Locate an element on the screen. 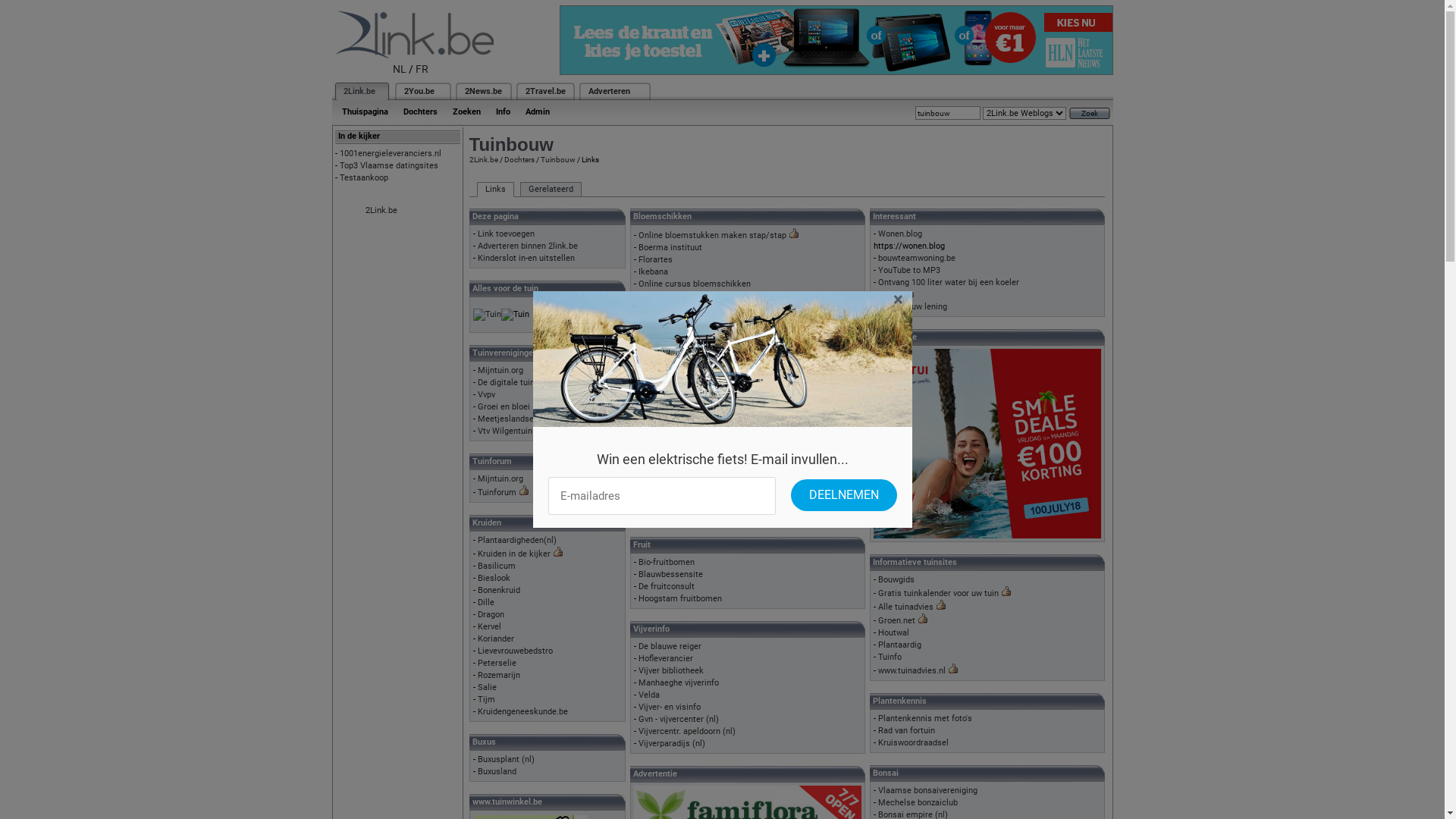 This screenshot has height=819, width=1456. 'Koriander' is located at coordinates (476, 639).